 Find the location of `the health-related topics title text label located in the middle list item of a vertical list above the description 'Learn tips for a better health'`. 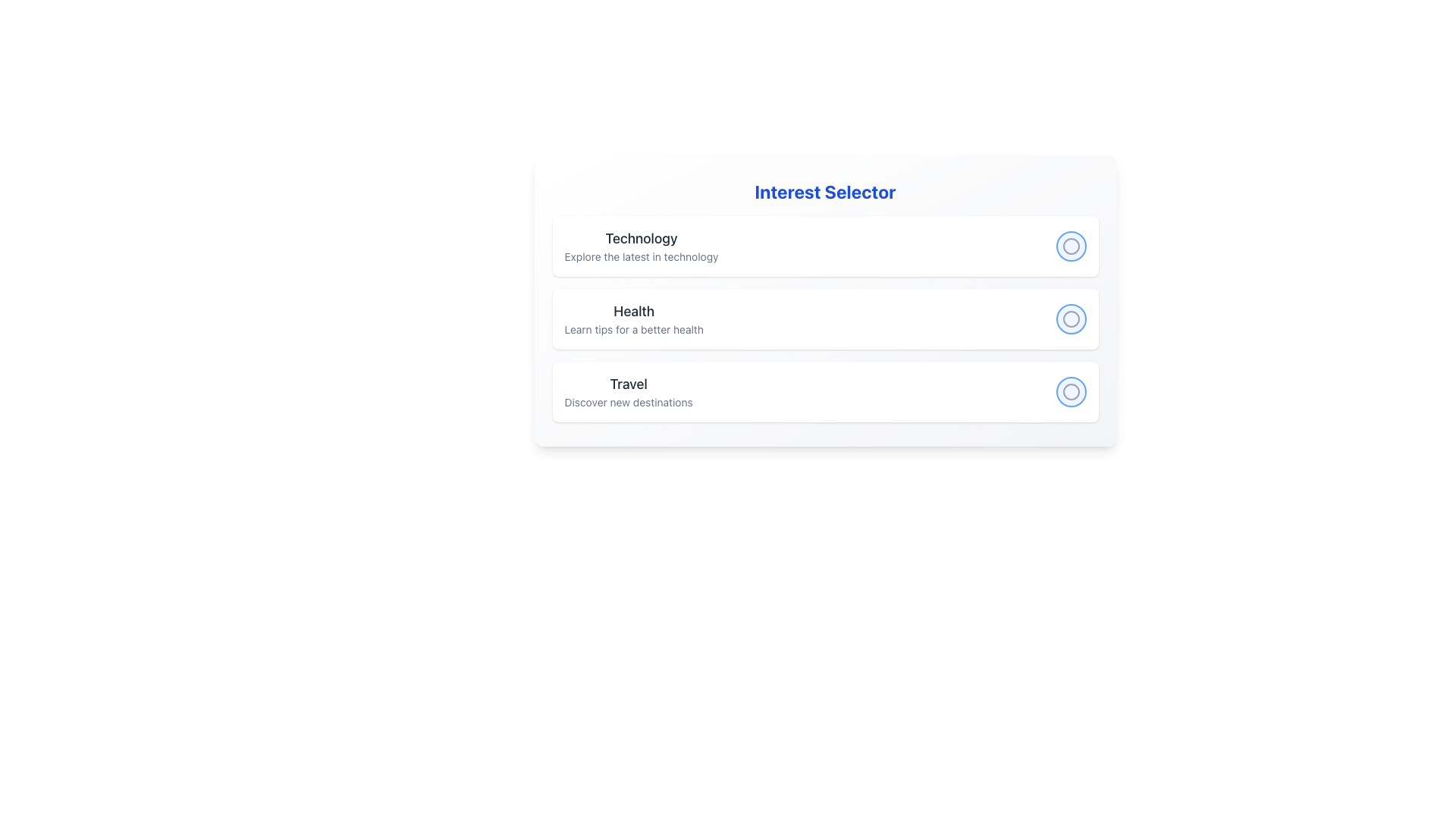

the health-related topics title text label located in the middle list item of a vertical list above the description 'Learn tips for a better health' is located at coordinates (634, 311).